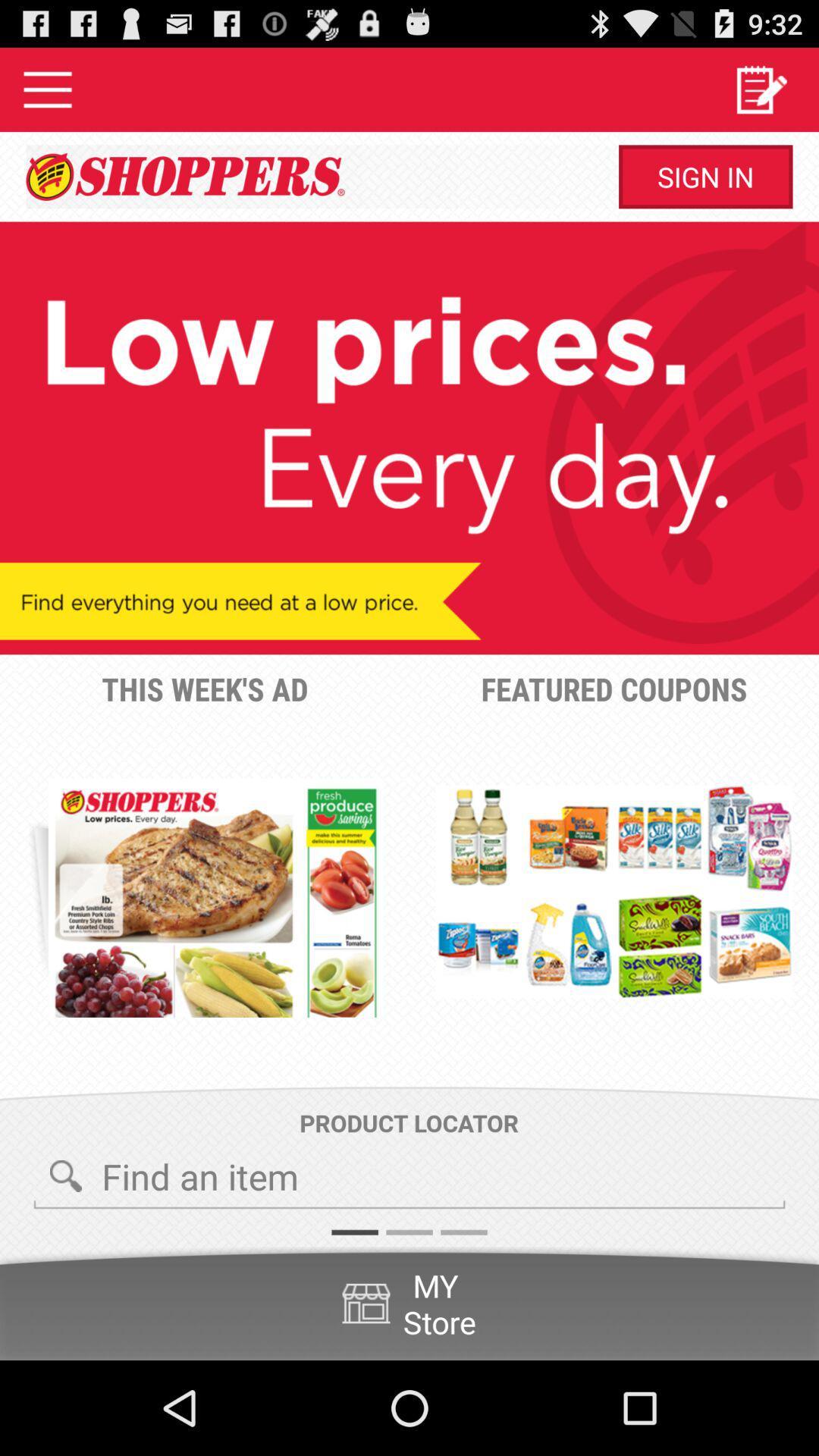  What do you see at coordinates (215, 898) in the screenshot?
I see `the item below this week s` at bounding box center [215, 898].